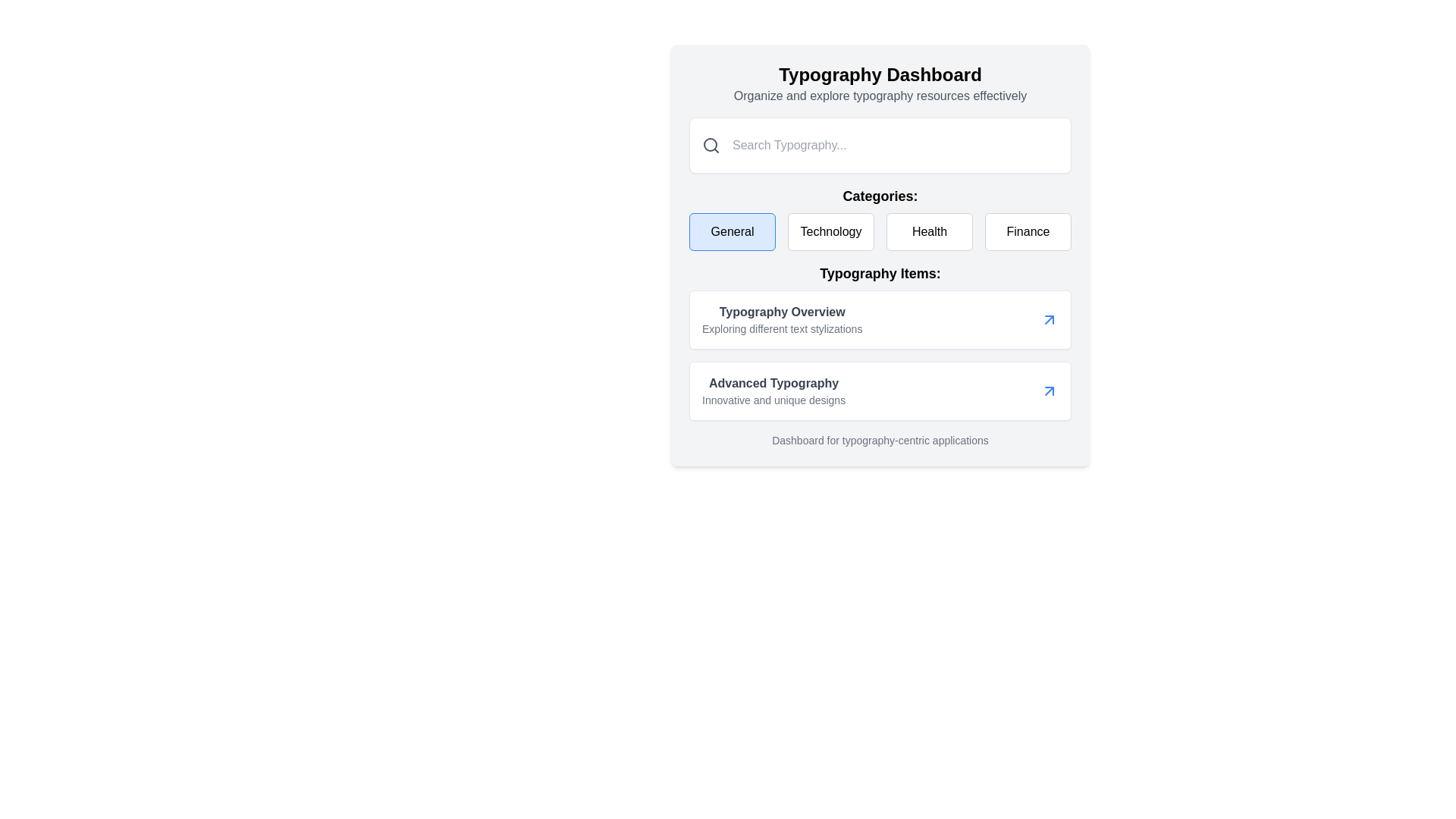 The height and width of the screenshot is (819, 1456). Describe the element at coordinates (732, 231) in the screenshot. I see `the 'General' button, which is a rectangular button with a light blue background and a blue border` at that location.